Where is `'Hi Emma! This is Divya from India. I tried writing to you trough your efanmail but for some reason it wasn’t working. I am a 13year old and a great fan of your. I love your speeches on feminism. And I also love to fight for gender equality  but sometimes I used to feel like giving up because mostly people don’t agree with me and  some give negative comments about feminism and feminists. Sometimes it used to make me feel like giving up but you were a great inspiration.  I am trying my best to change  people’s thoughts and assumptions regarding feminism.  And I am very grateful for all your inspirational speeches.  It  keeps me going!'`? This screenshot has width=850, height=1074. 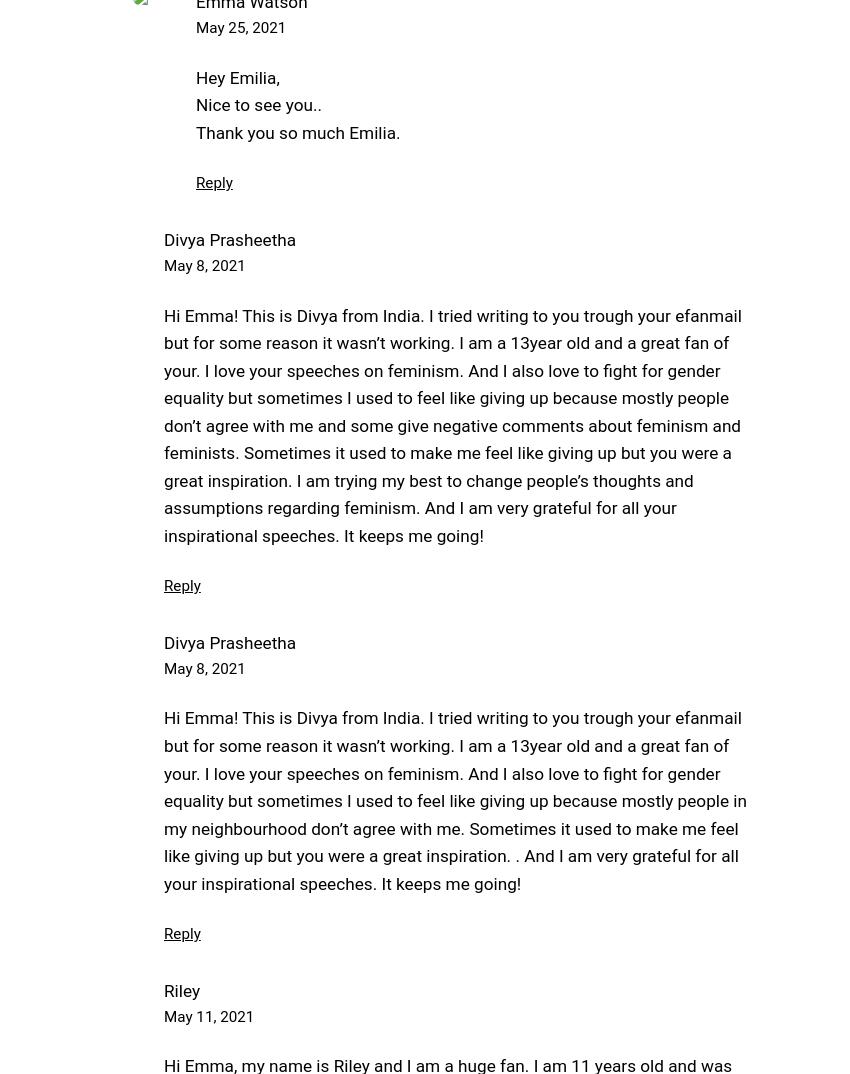
'Hi Emma! This is Divya from India. I tried writing to you trough your efanmail but for some reason it wasn’t working. I am a 13year old and a great fan of your. I love your speeches on feminism. And I also love to fight for gender equality  but sometimes I used to feel like giving up because mostly people don’t agree with me and  some give negative comments about feminism and feminists. Sometimes it used to make me feel like giving up but you were a great inspiration.  I am trying my best to change  people’s thoughts and assumptions regarding feminism.  And I am very grateful for all your inspirational speeches.  It  keeps me going!' is located at coordinates (451, 424).